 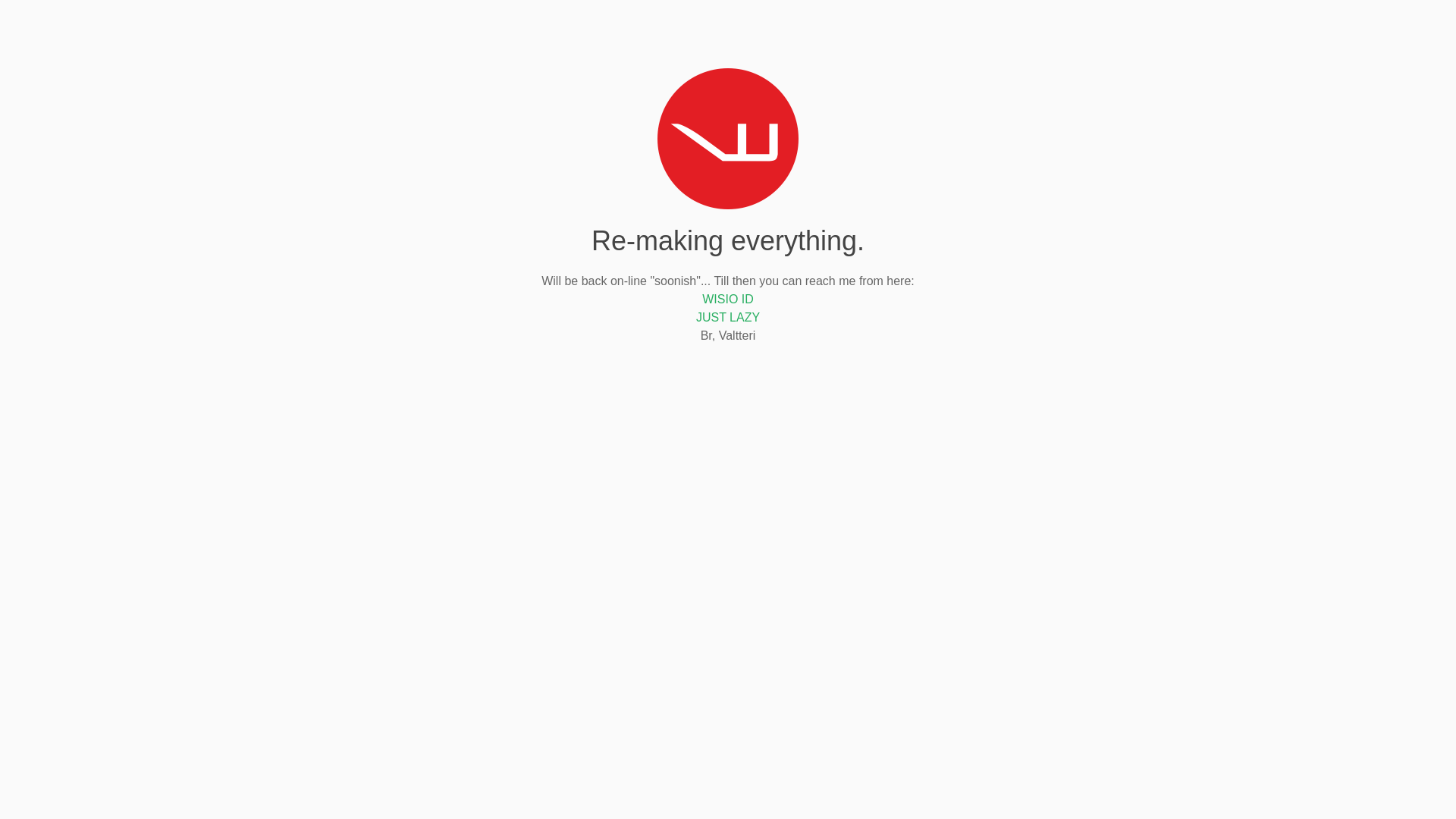 I want to click on 'WISIO ID', so click(x=728, y=299).